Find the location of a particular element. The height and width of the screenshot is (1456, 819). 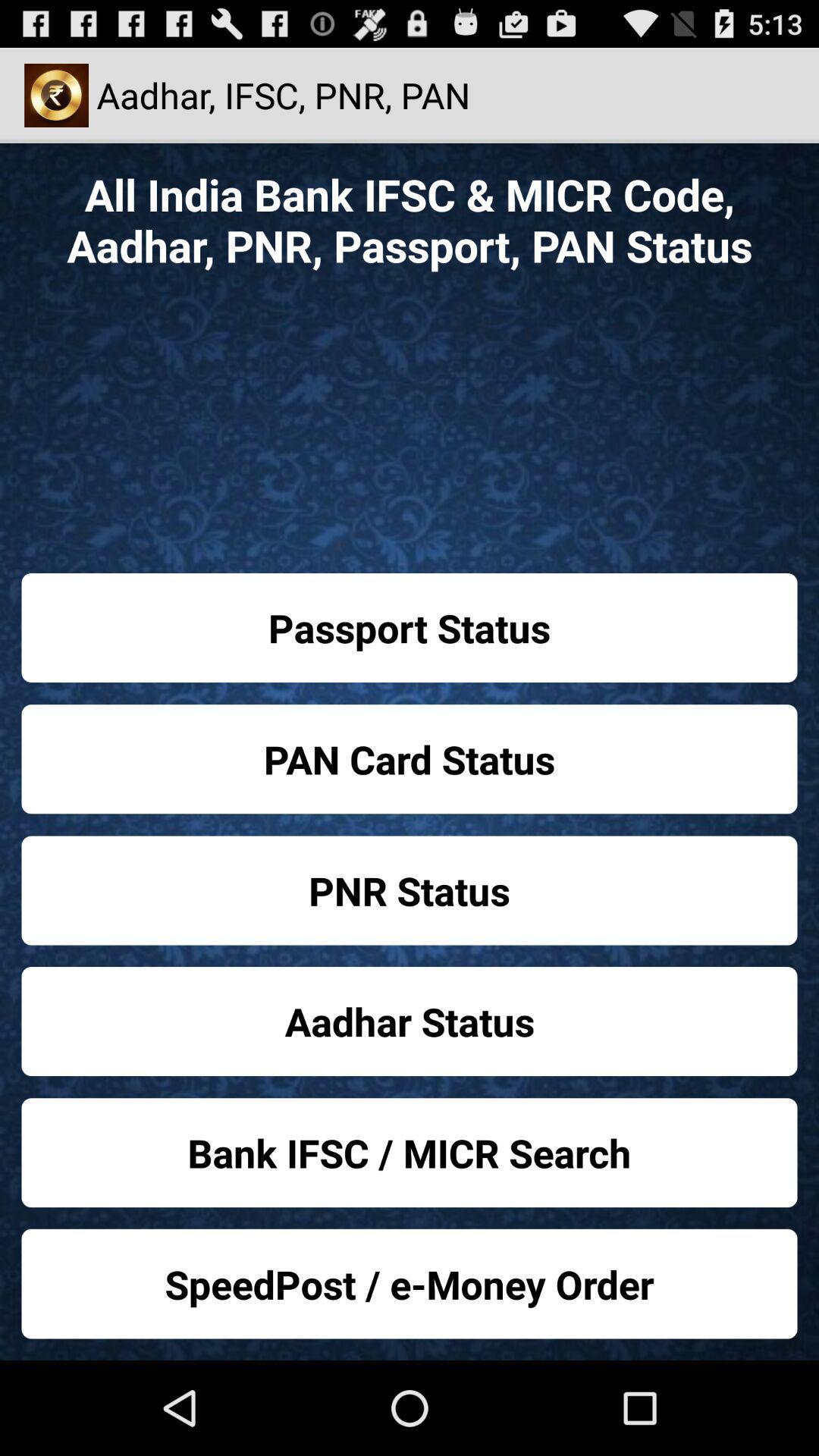

speedpost e money button is located at coordinates (409, 1283).